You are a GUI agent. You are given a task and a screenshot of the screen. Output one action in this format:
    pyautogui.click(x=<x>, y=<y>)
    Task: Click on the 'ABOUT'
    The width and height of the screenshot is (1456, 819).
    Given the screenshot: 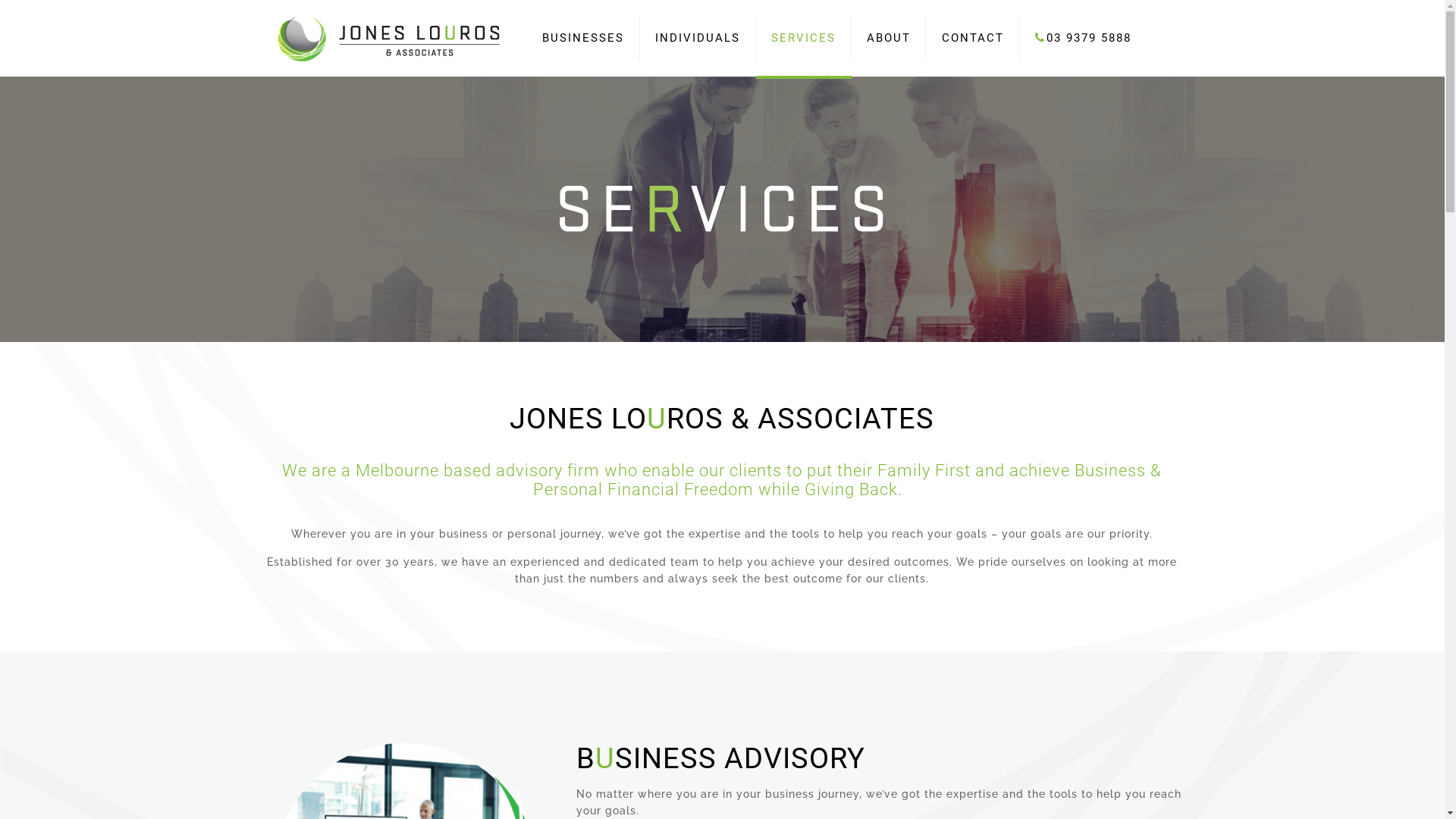 What is the action you would take?
    pyautogui.click(x=888, y=37)
    